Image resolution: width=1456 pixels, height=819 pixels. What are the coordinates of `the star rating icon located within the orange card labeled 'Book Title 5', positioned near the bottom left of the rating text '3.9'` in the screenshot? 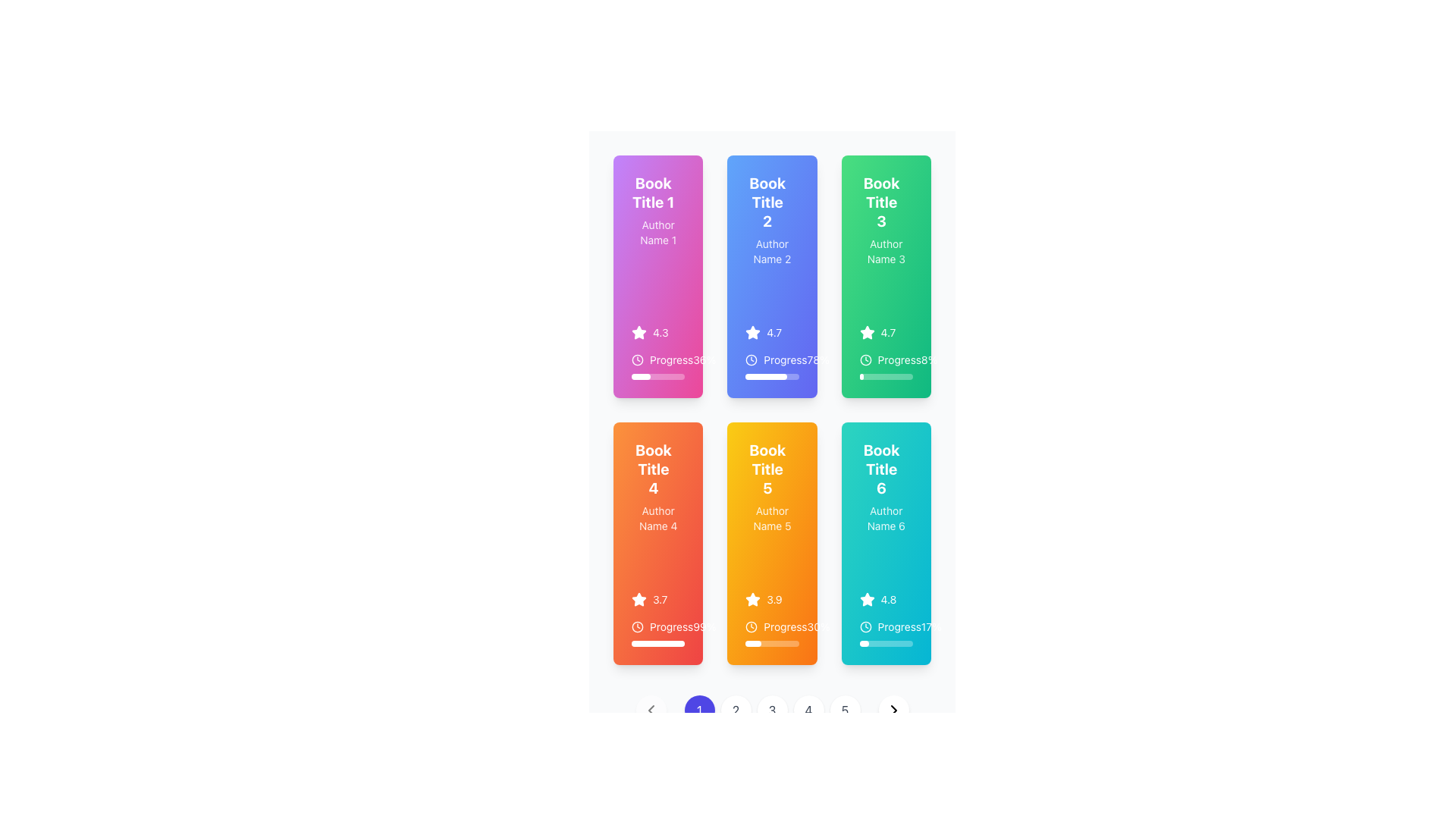 It's located at (753, 598).